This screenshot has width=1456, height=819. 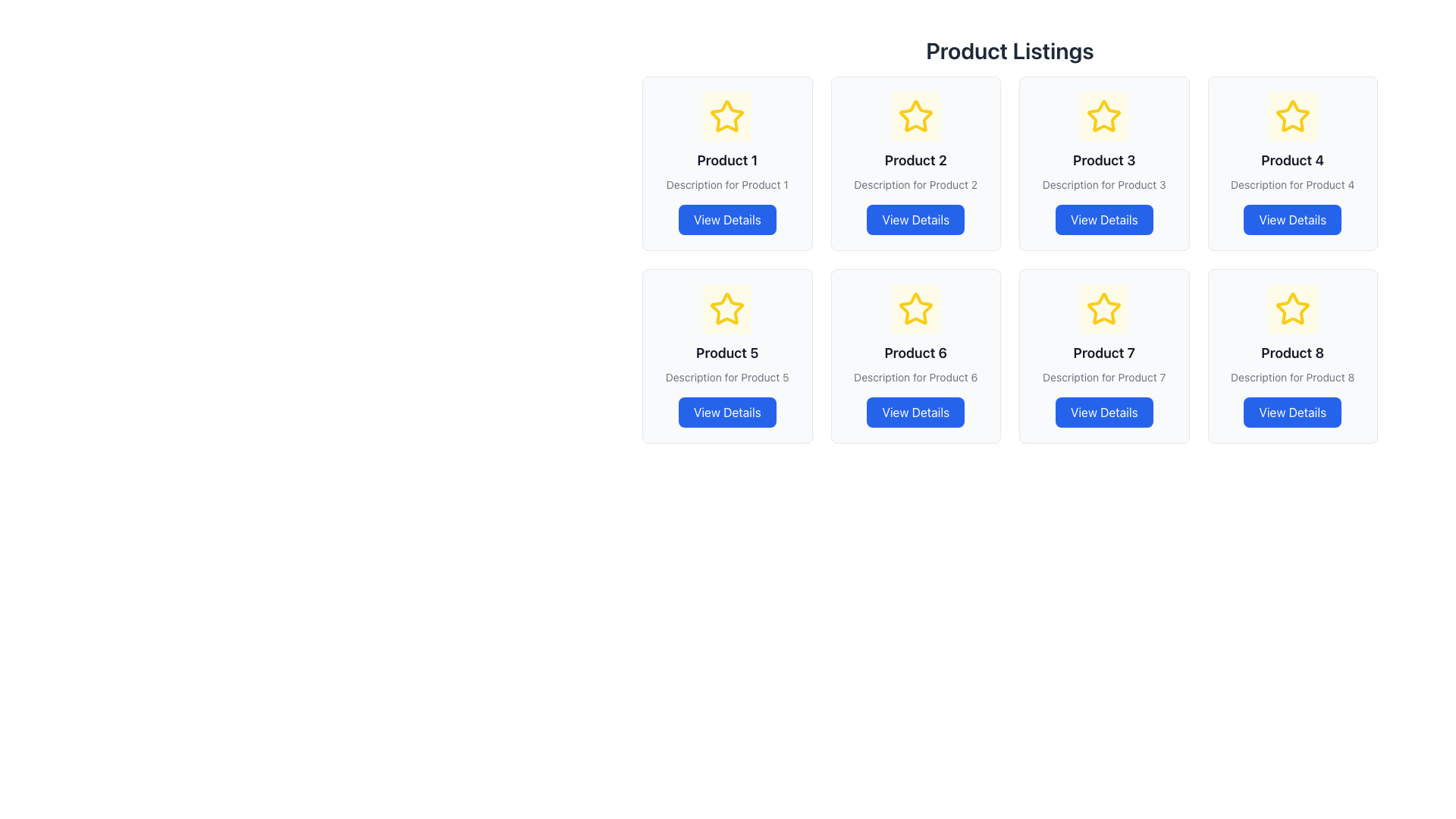 What do you see at coordinates (915, 115) in the screenshot?
I see `the five-pointed star icon with a yellow outline located in the second cell of the top row under 'Product Listings', associated with 'Product 2'` at bounding box center [915, 115].